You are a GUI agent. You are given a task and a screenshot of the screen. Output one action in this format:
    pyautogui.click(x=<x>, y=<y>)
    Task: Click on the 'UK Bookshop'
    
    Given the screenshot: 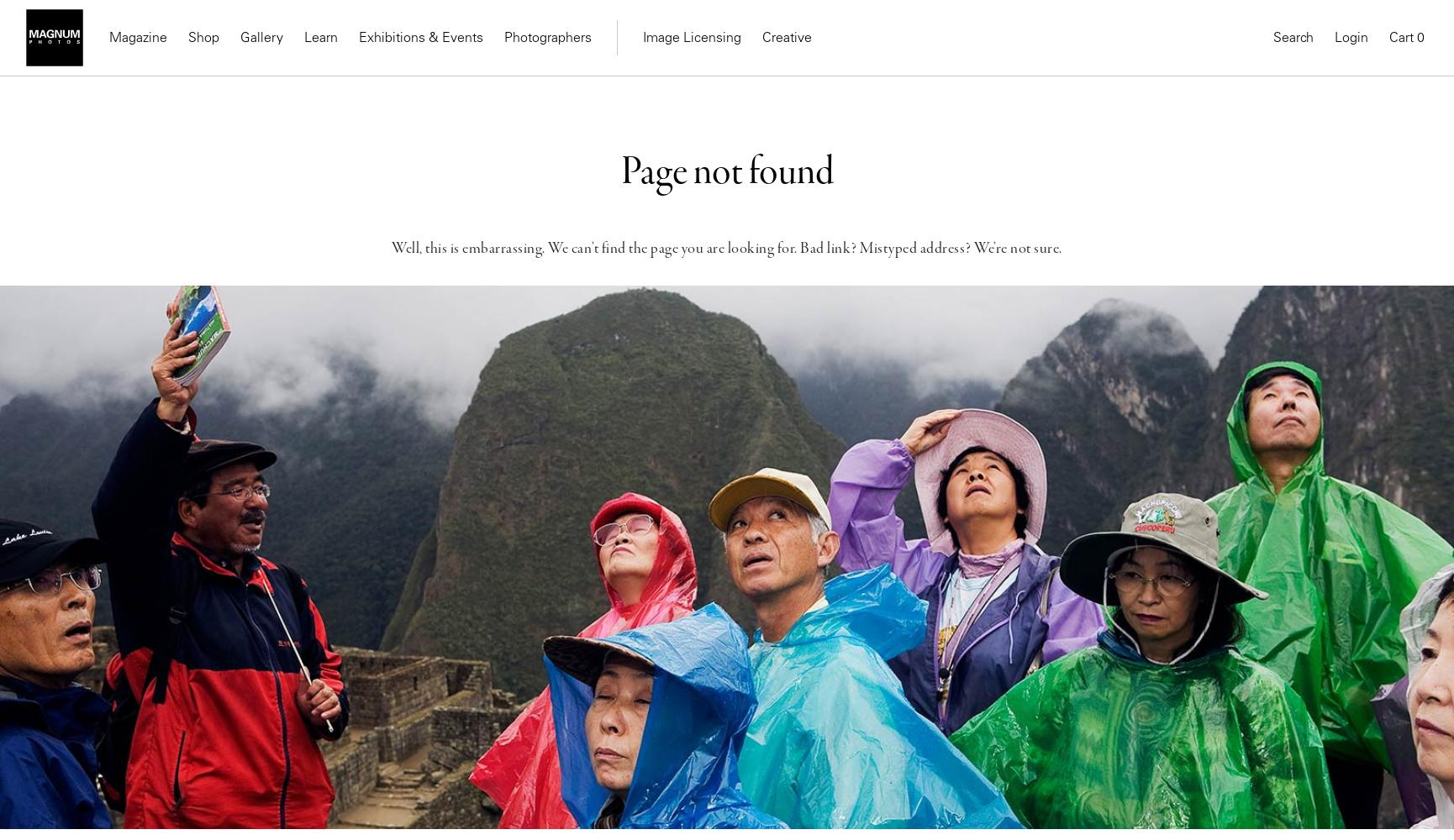 What is the action you would take?
    pyautogui.click(x=405, y=198)
    